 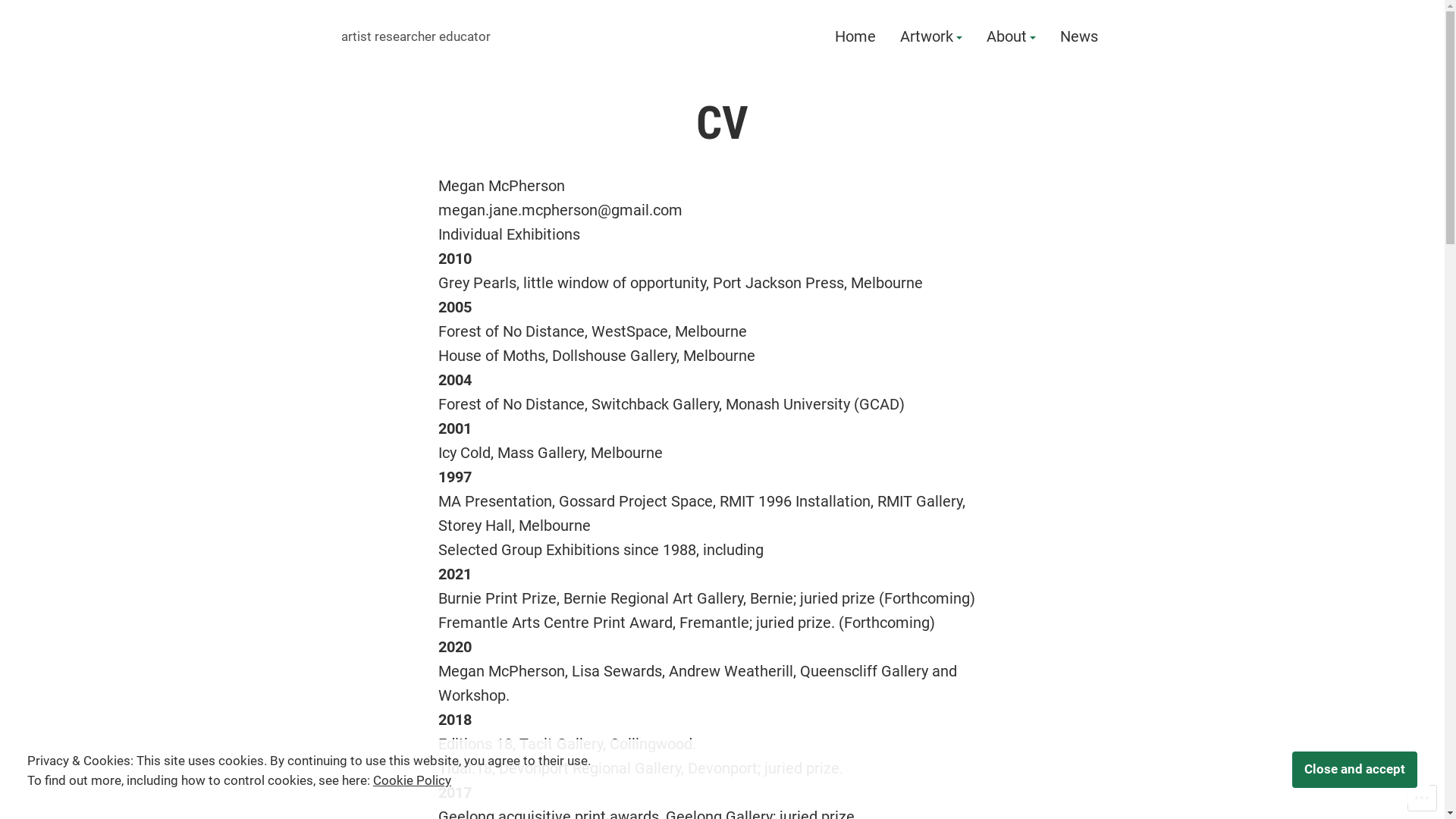 What do you see at coordinates (1078, 36) in the screenshot?
I see `'News'` at bounding box center [1078, 36].